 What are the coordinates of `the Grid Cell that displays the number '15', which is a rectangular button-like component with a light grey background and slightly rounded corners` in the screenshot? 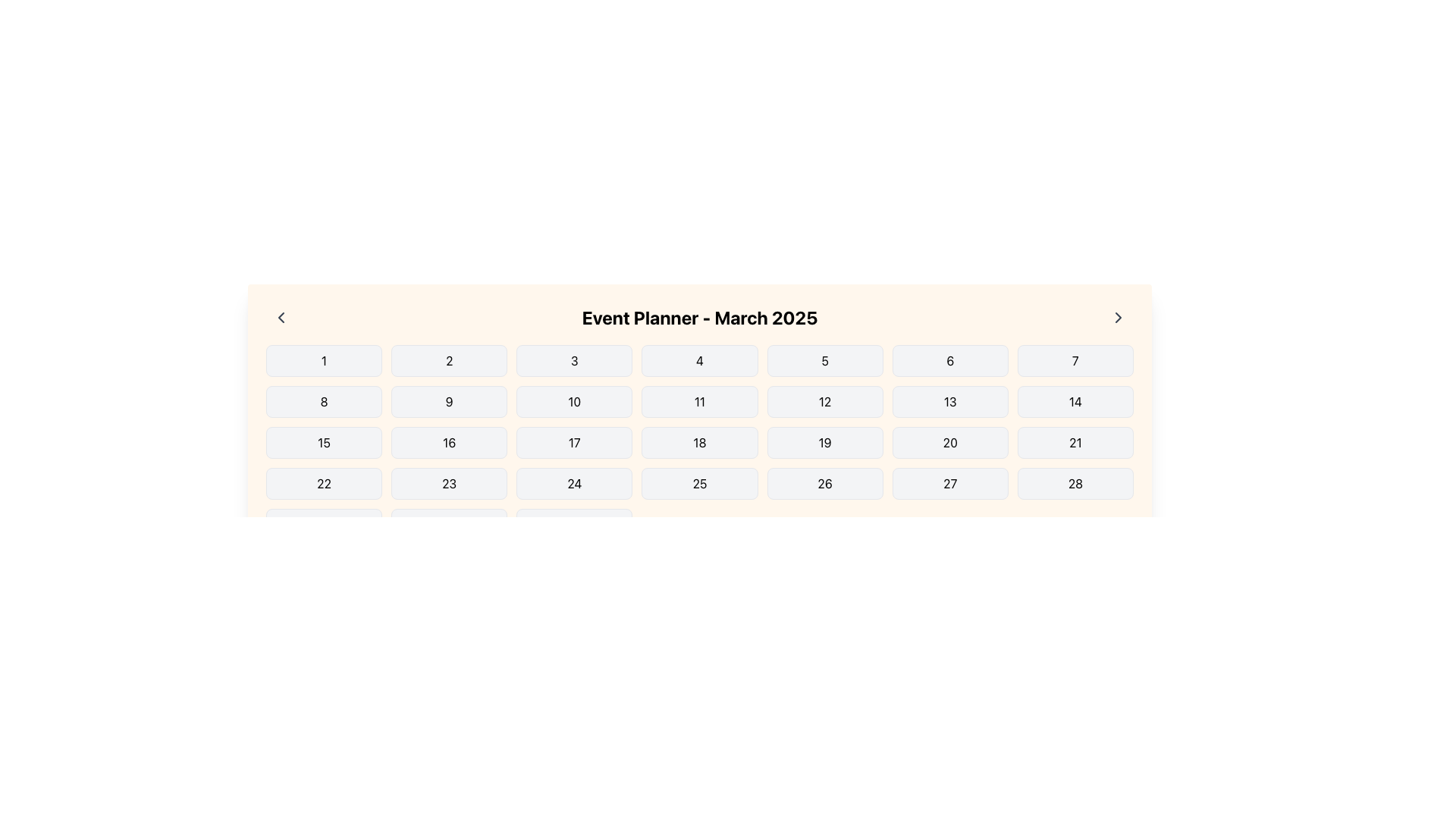 It's located at (323, 442).